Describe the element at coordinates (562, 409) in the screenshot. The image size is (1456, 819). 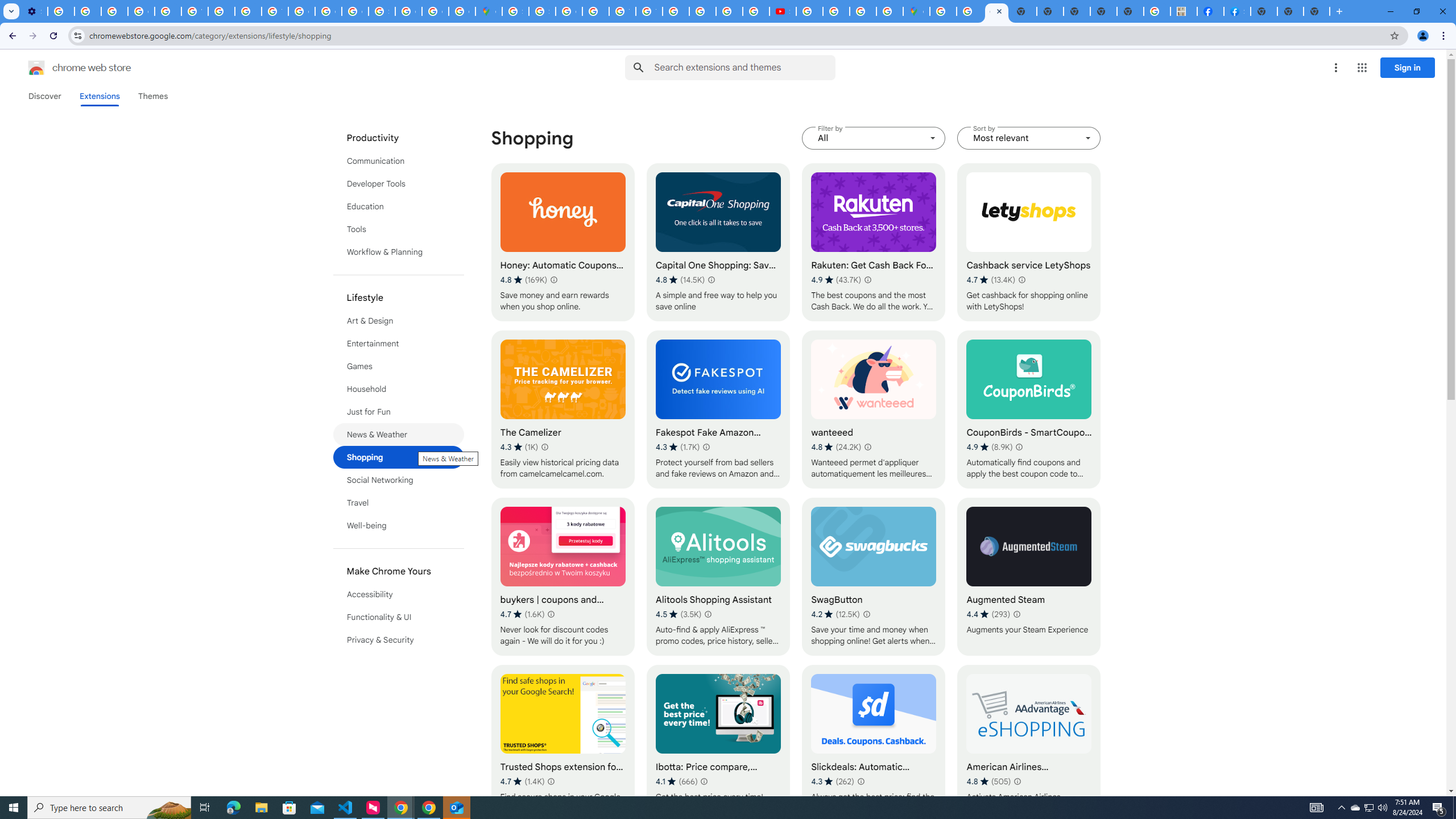
I see `'The Camelizer'` at that location.